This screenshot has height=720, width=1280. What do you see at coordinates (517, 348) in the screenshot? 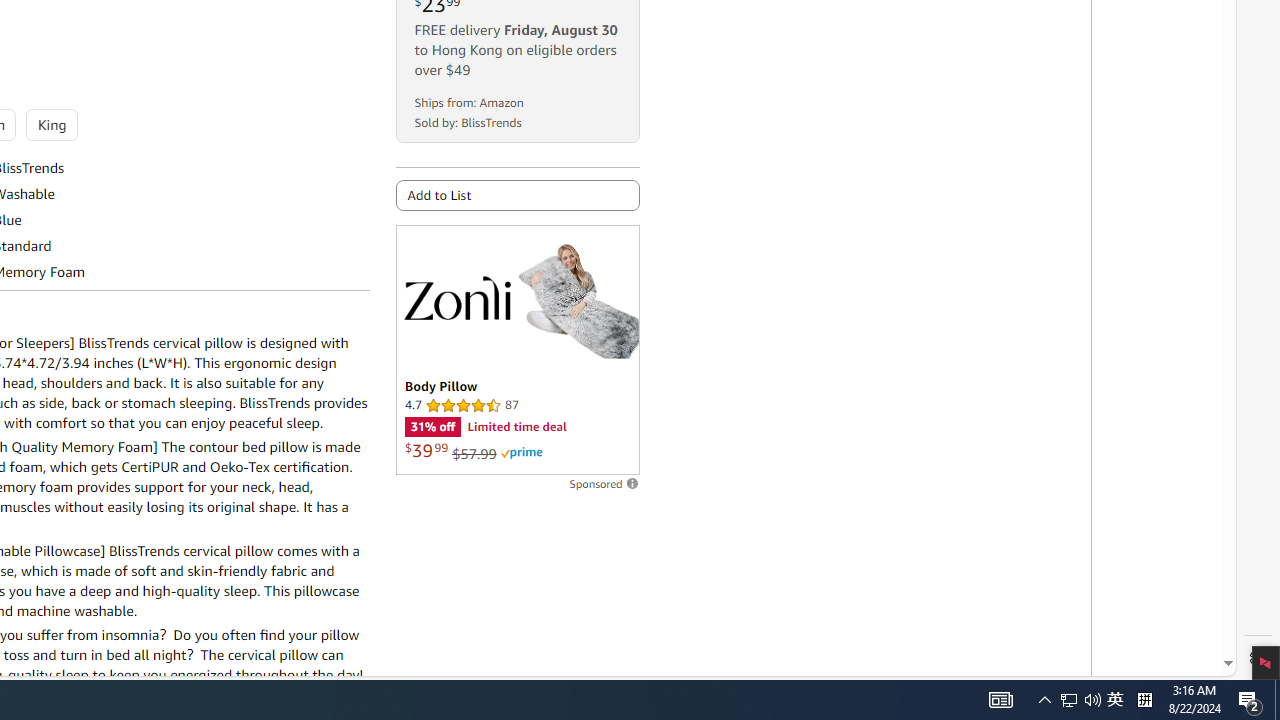
I see `'Sponsored ad'` at bounding box center [517, 348].